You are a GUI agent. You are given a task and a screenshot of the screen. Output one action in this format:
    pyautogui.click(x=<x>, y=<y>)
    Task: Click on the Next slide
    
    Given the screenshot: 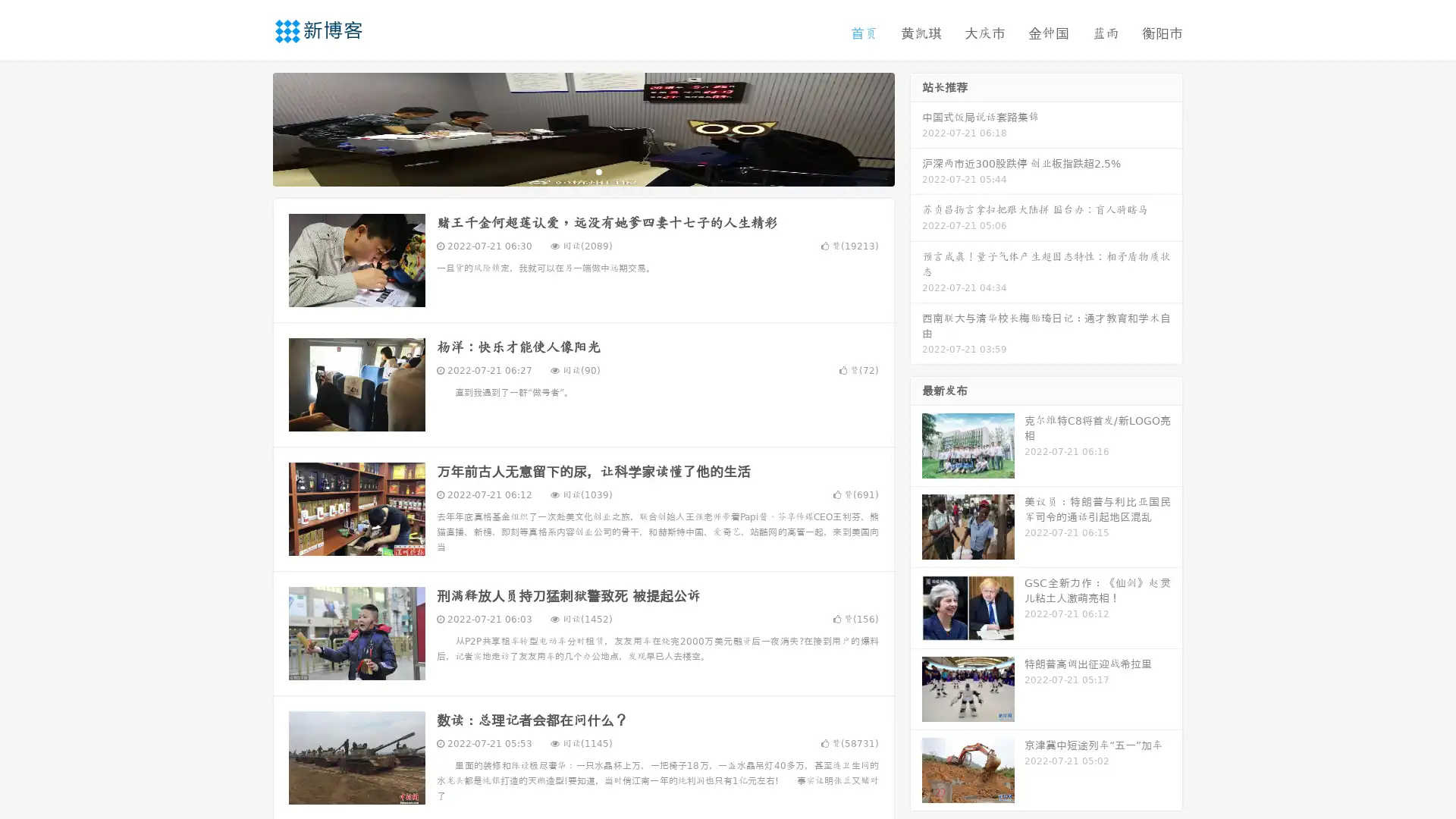 What is the action you would take?
    pyautogui.click(x=916, y=127)
    